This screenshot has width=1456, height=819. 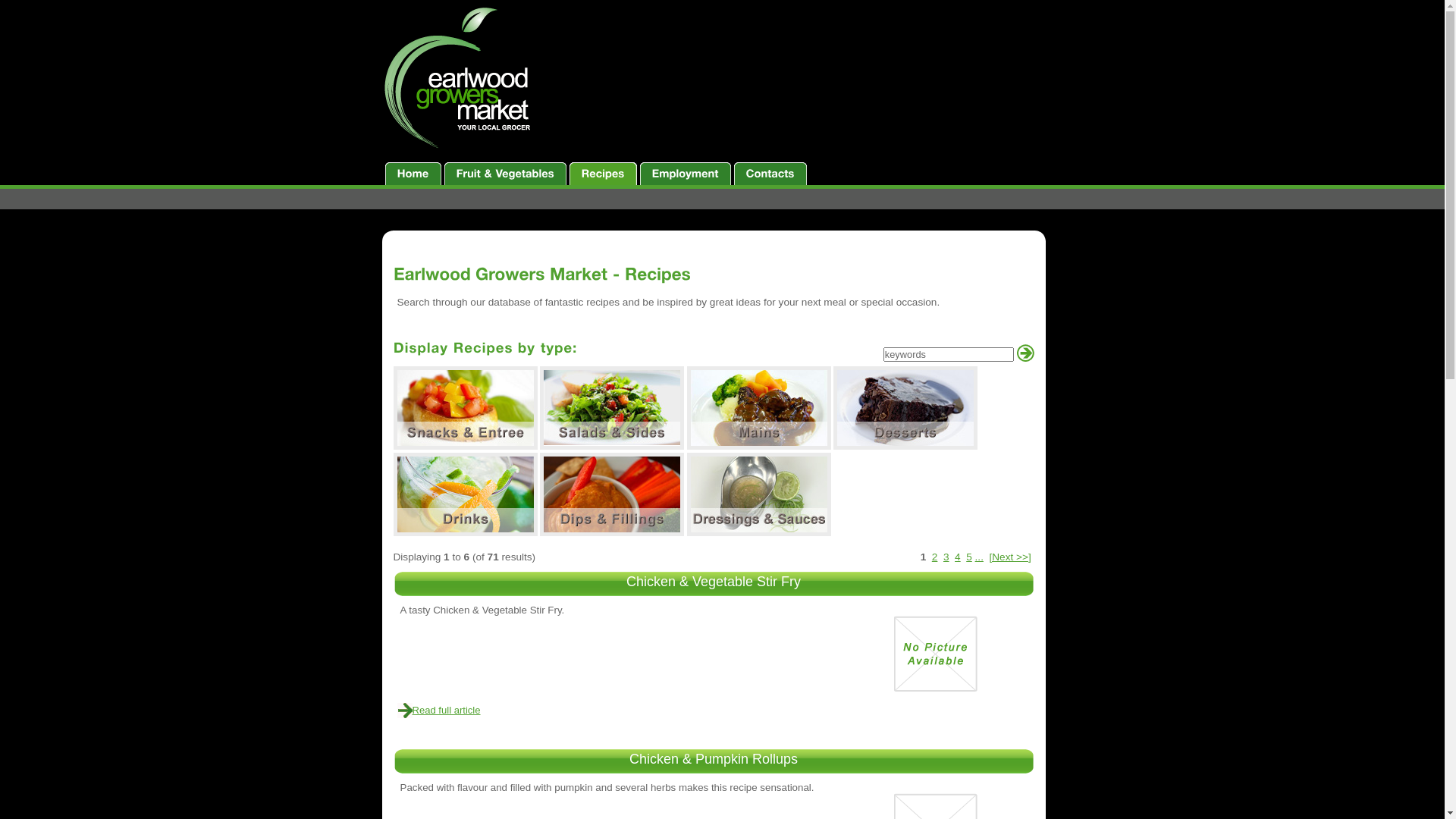 I want to click on '2', so click(x=934, y=557).